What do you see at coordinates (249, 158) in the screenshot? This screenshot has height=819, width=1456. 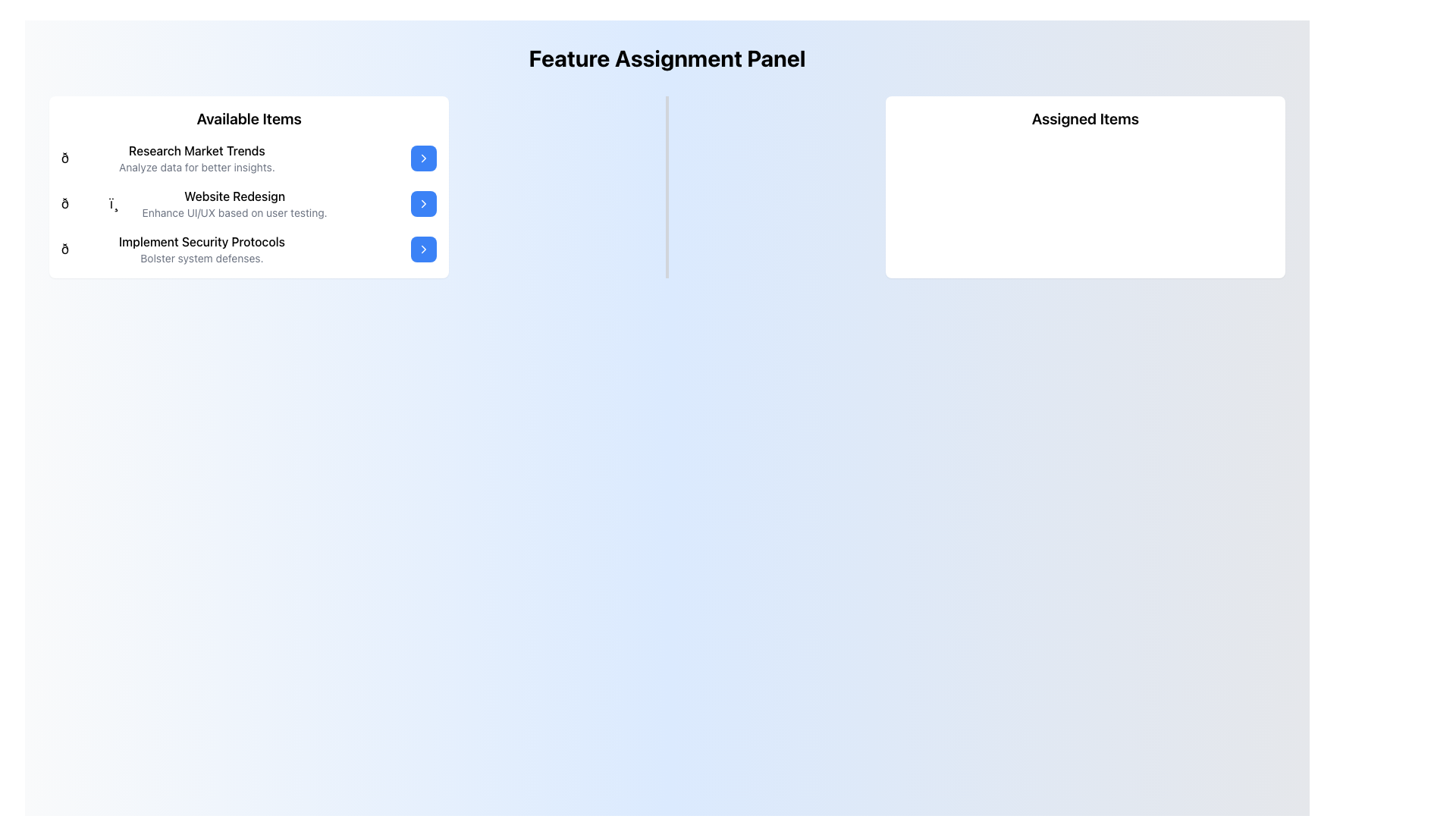 I see `the first list item titled 'Research Market Trends' in the 'Available Items' column` at bounding box center [249, 158].